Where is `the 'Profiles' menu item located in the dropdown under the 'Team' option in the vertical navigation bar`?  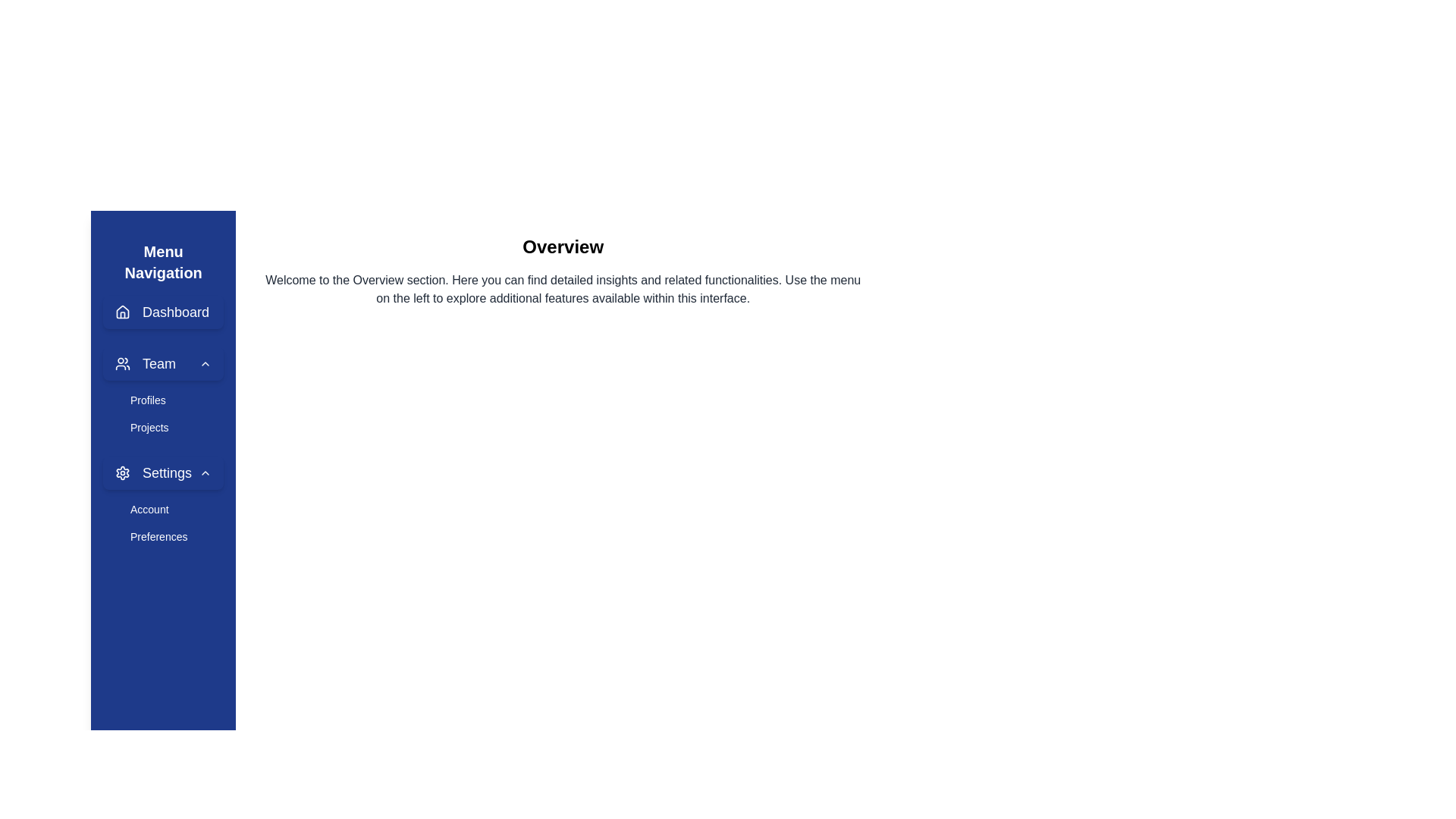 the 'Profiles' menu item located in the dropdown under the 'Team' option in the vertical navigation bar is located at coordinates (163, 391).